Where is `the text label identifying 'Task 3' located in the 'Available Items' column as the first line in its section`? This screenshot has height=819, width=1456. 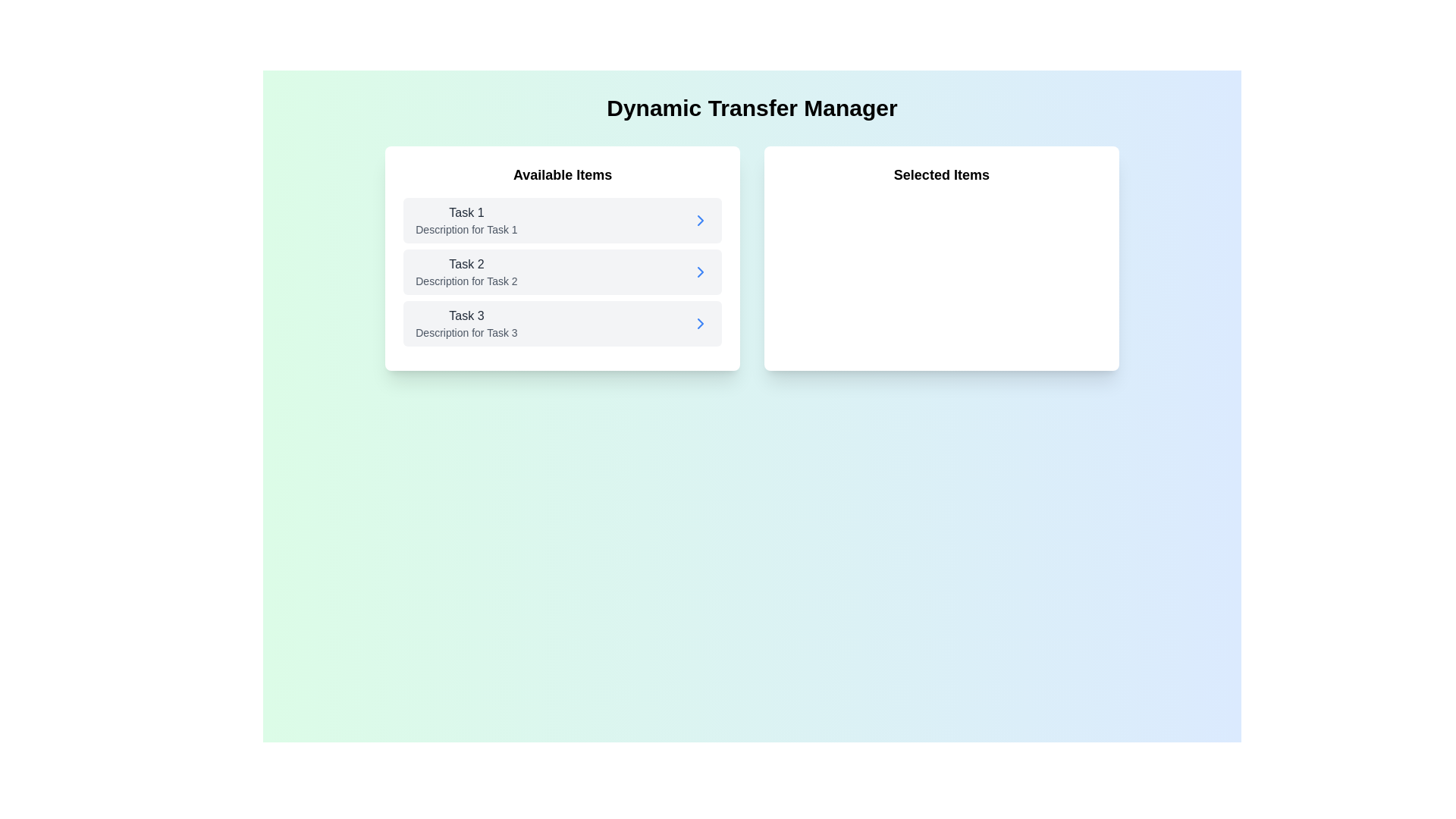
the text label identifying 'Task 3' located in the 'Available Items' column as the first line in its section is located at coordinates (466, 315).